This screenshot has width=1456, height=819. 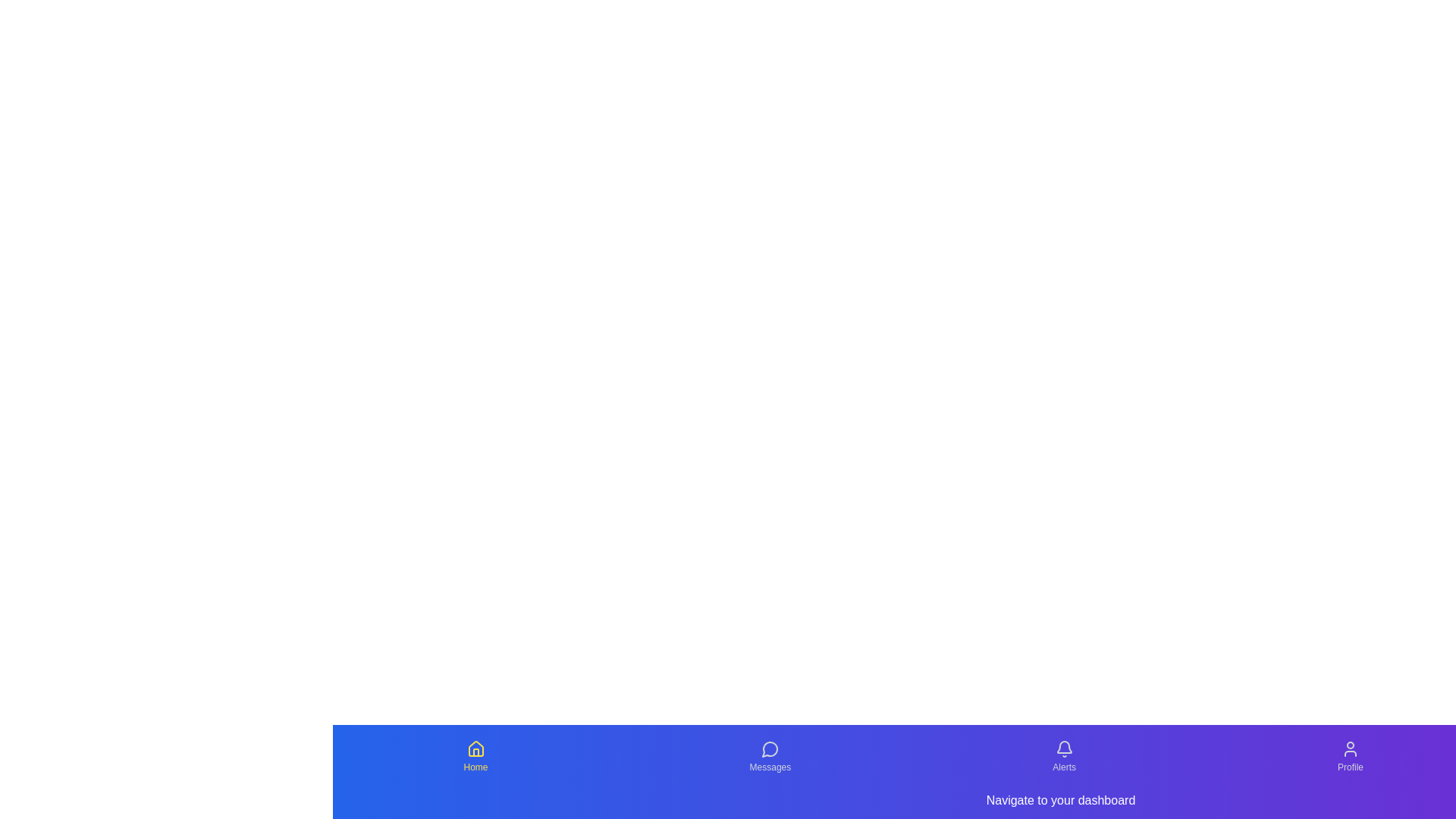 I want to click on the Alerts tab to observe its hover effect, so click(x=1063, y=757).